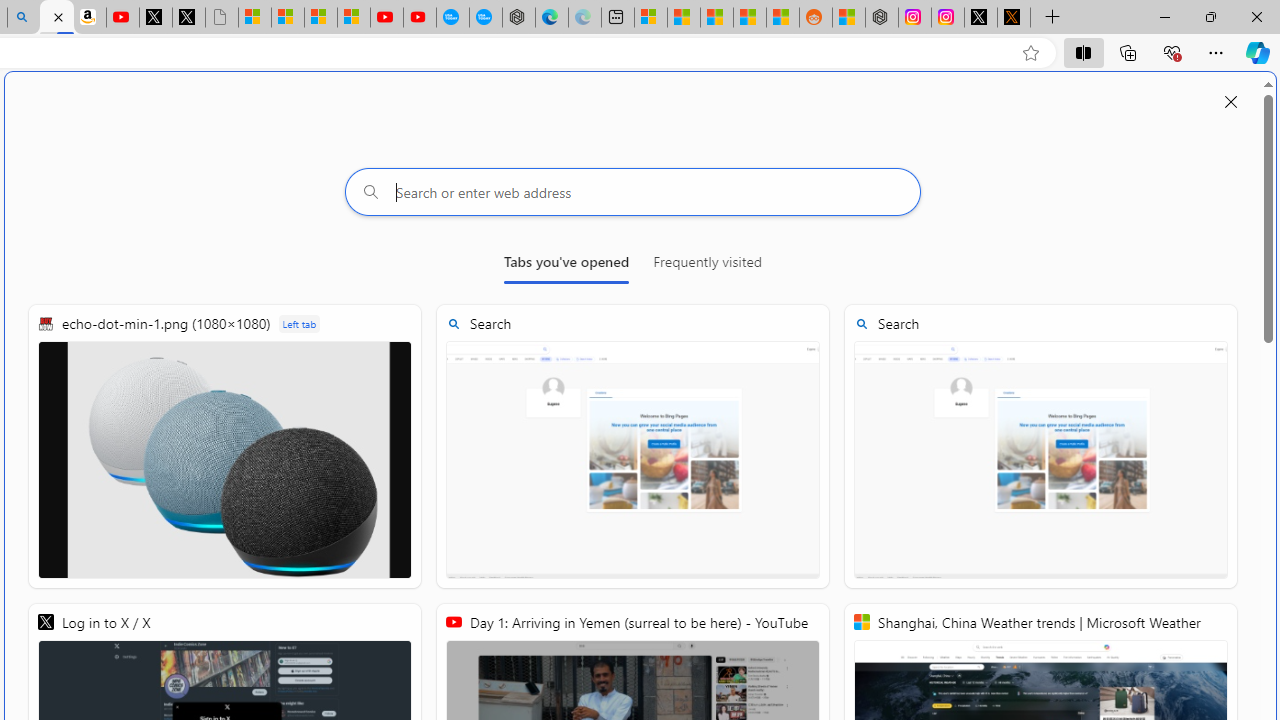 The height and width of the screenshot is (720, 1280). Describe the element at coordinates (1014, 17) in the screenshot. I see `'help.x.com | 524: A timeout occurred'` at that location.